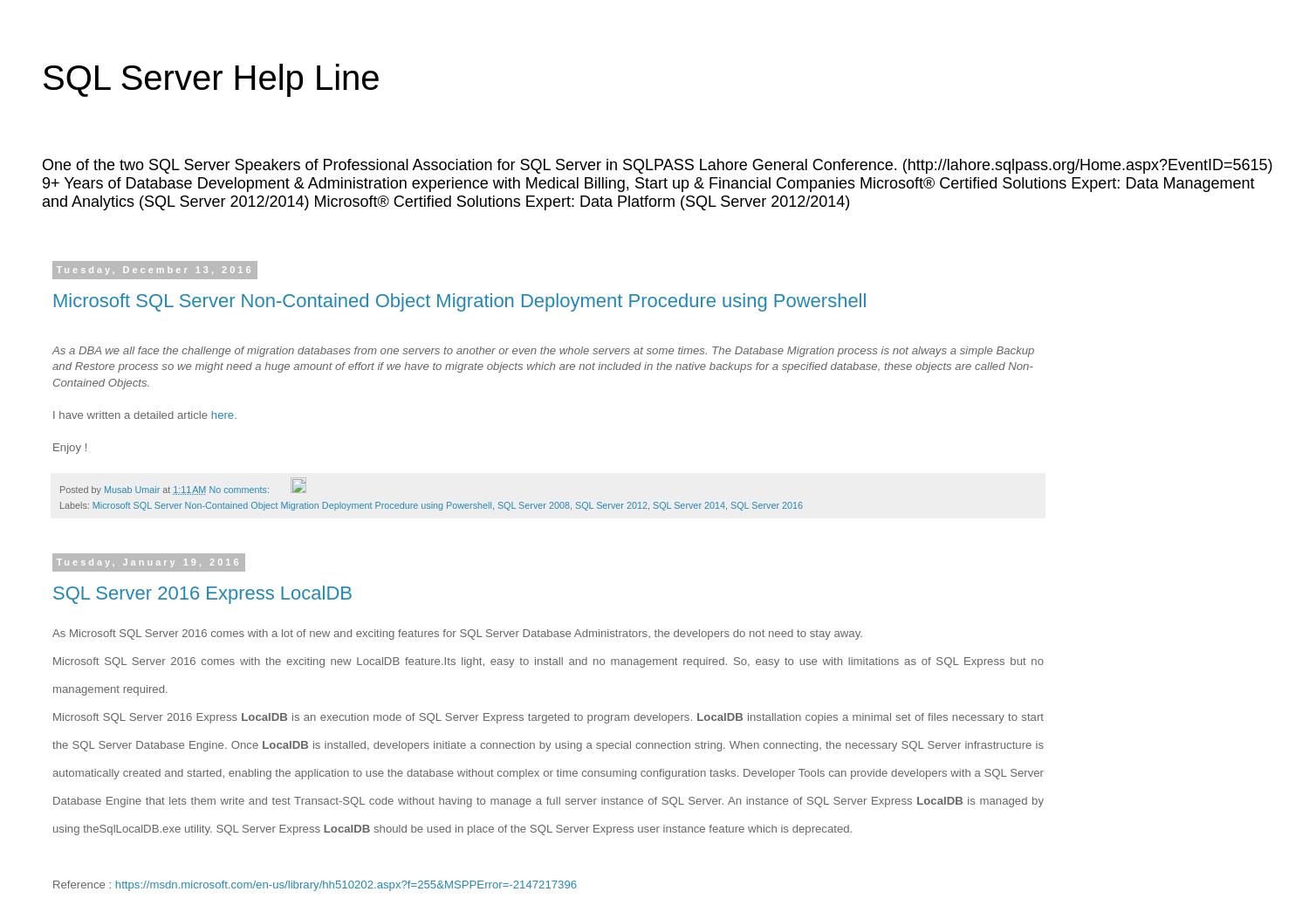  What do you see at coordinates (246, 659) in the screenshot?
I see `'Microsoft SQL Server 2016 comes with the exciting new LocalDB feature.'` at bounding box center [246, 659].